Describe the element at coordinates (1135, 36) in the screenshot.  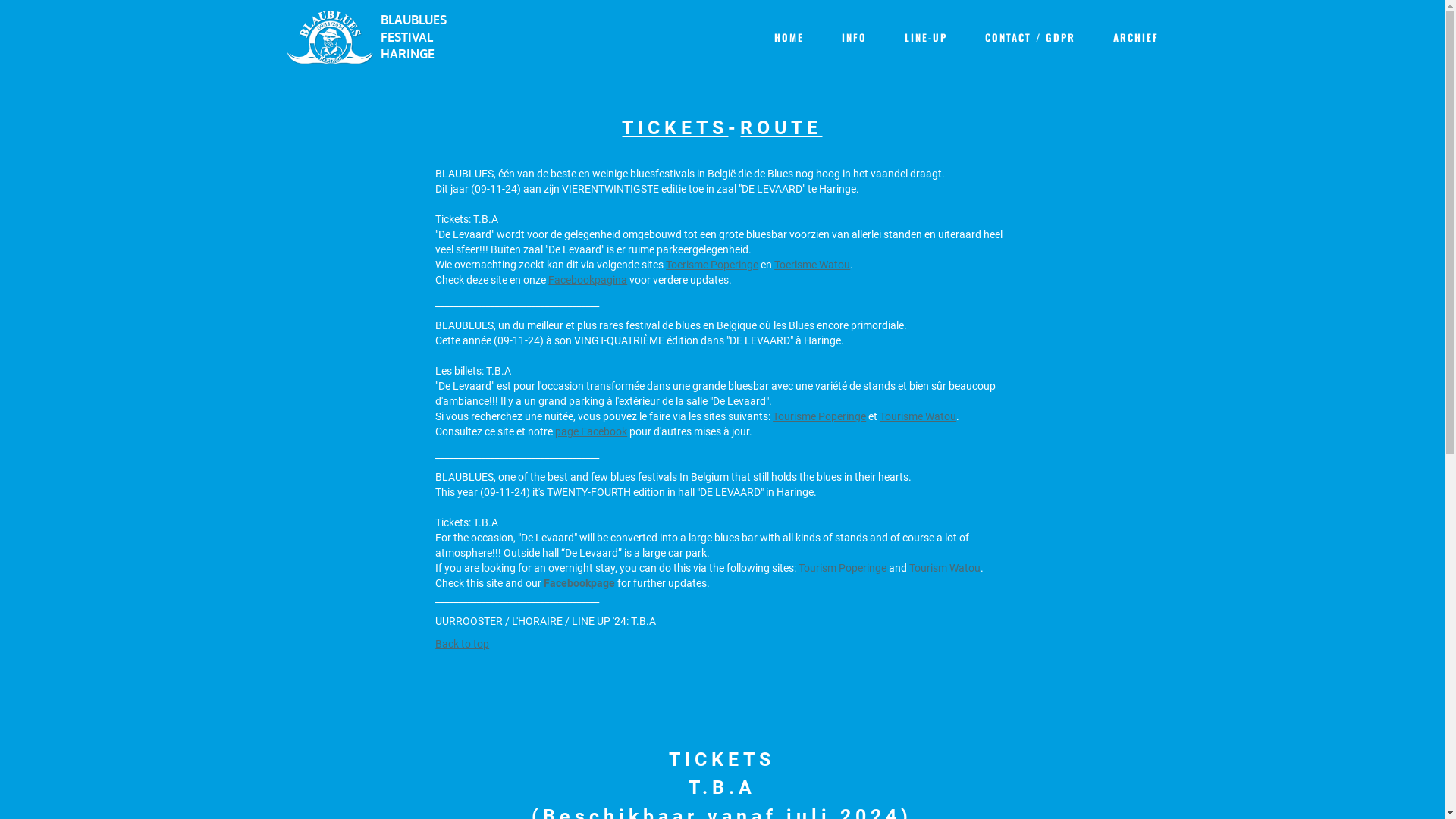
I see `'ARCHIEF'` at that location.